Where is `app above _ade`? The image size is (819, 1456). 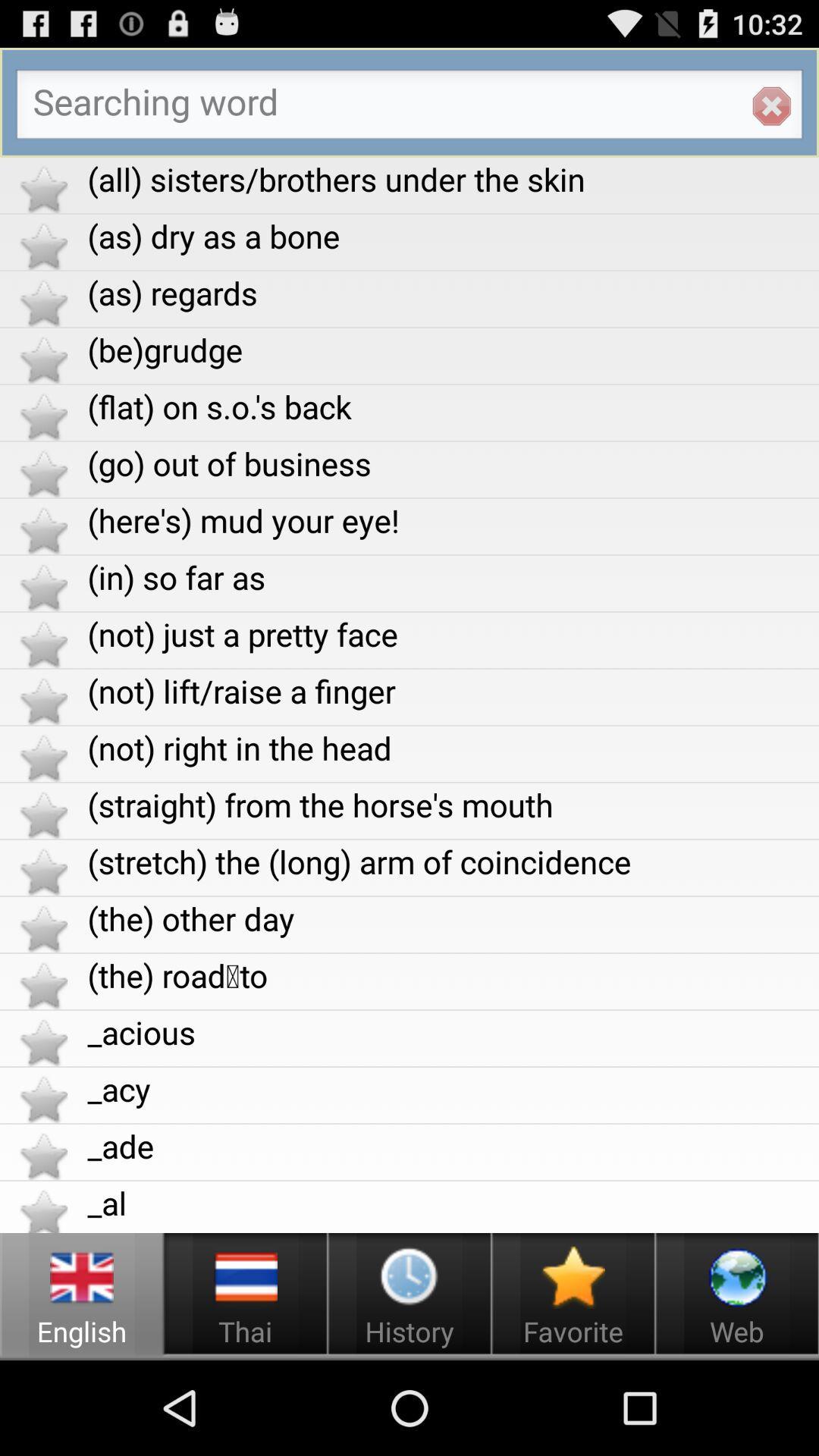
app above _ade is located at coordinates (452, 1088).